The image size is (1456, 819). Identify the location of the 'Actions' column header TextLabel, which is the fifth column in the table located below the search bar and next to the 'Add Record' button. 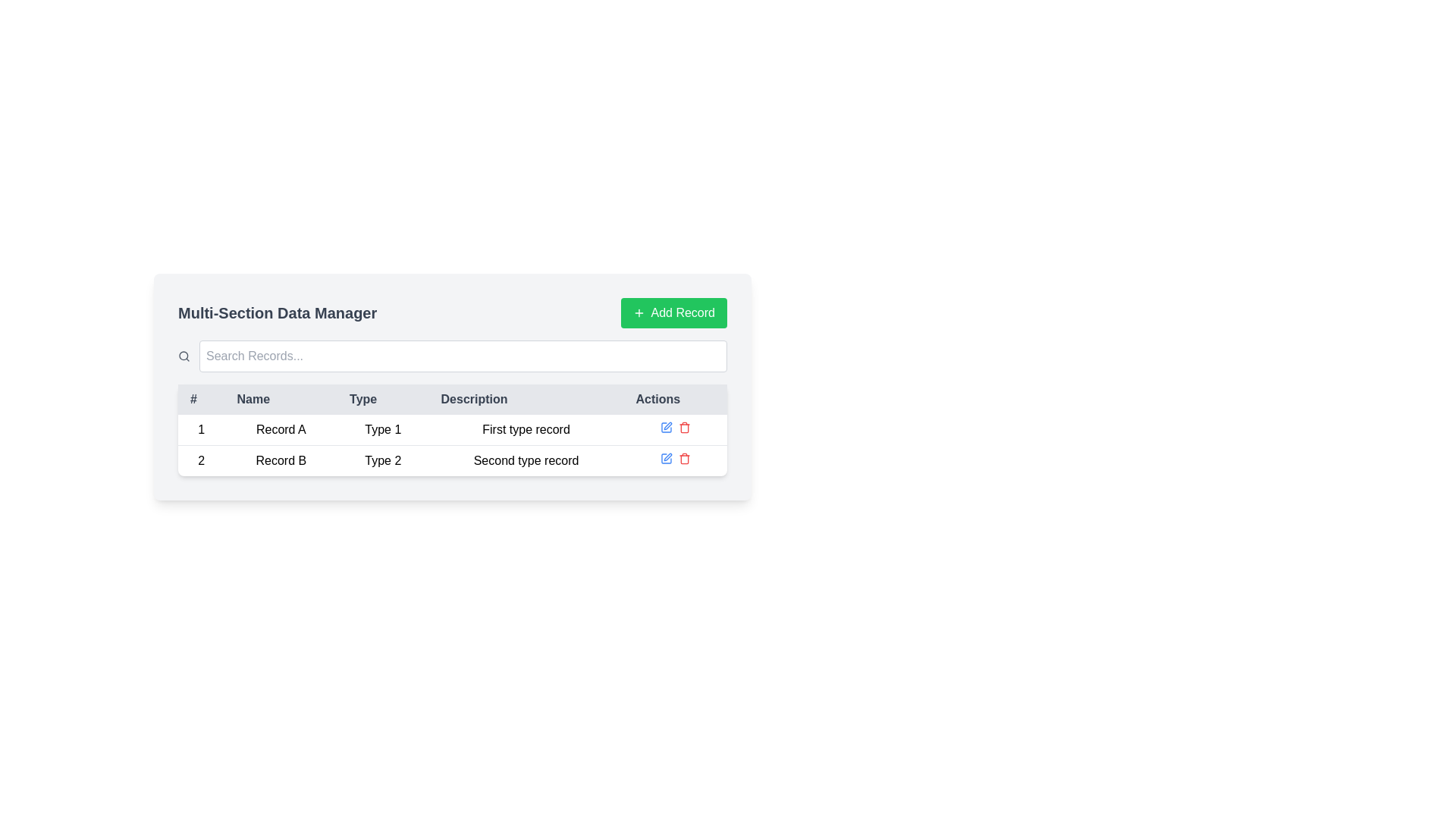
(674, 399).